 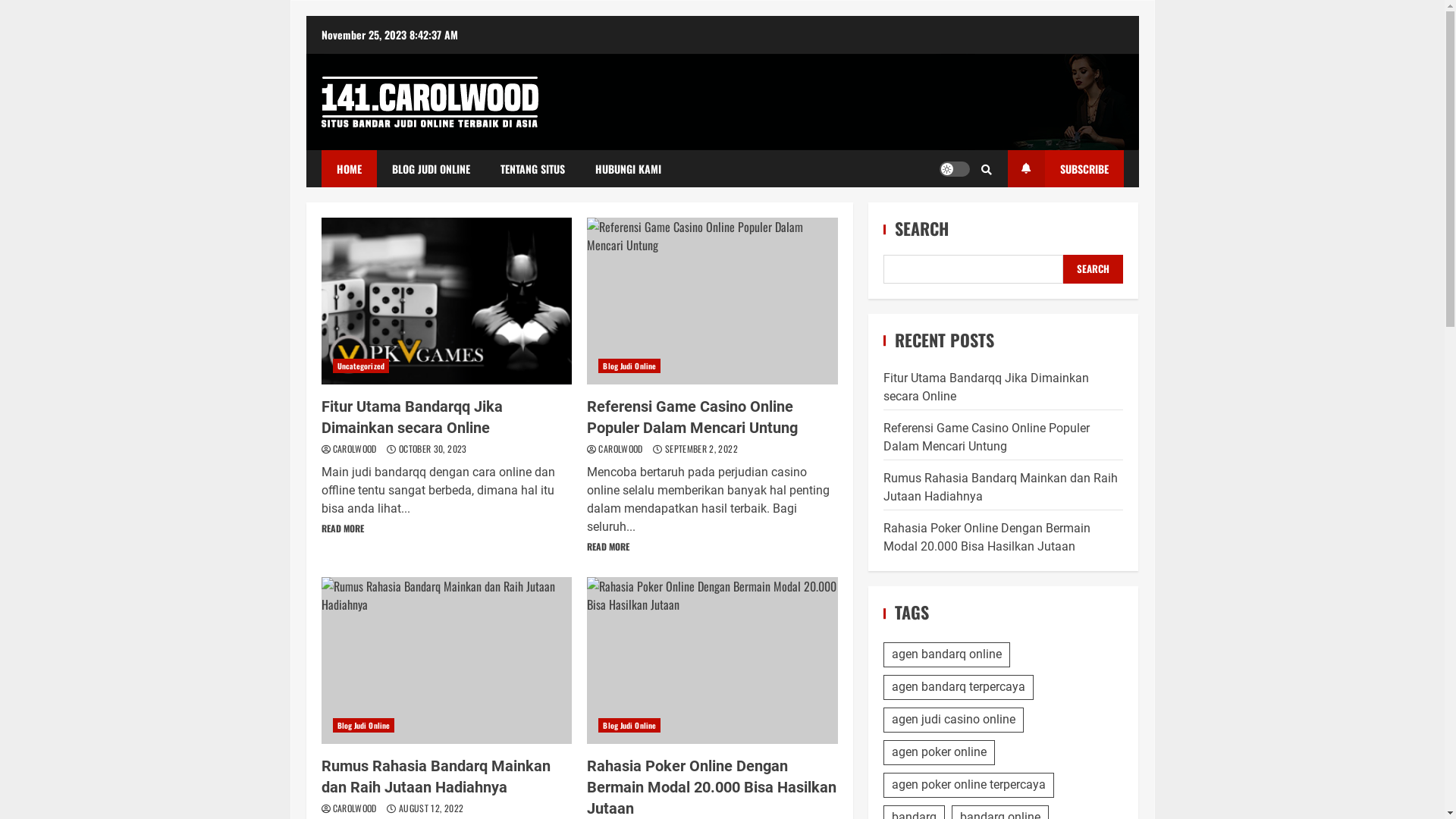 What do you see at coordinates (952, 719) in the screenshot?
I see `'agen judi casino online'` at bounding box center [952, 719].